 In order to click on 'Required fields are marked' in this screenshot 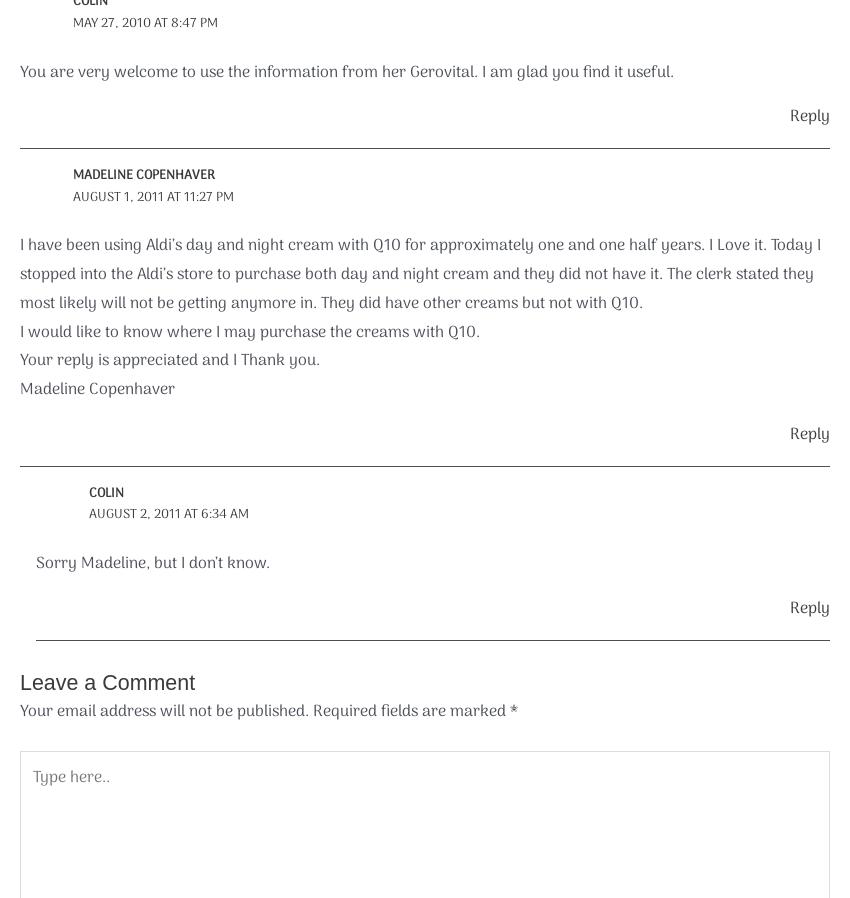, I will do `click(411, 711)`.